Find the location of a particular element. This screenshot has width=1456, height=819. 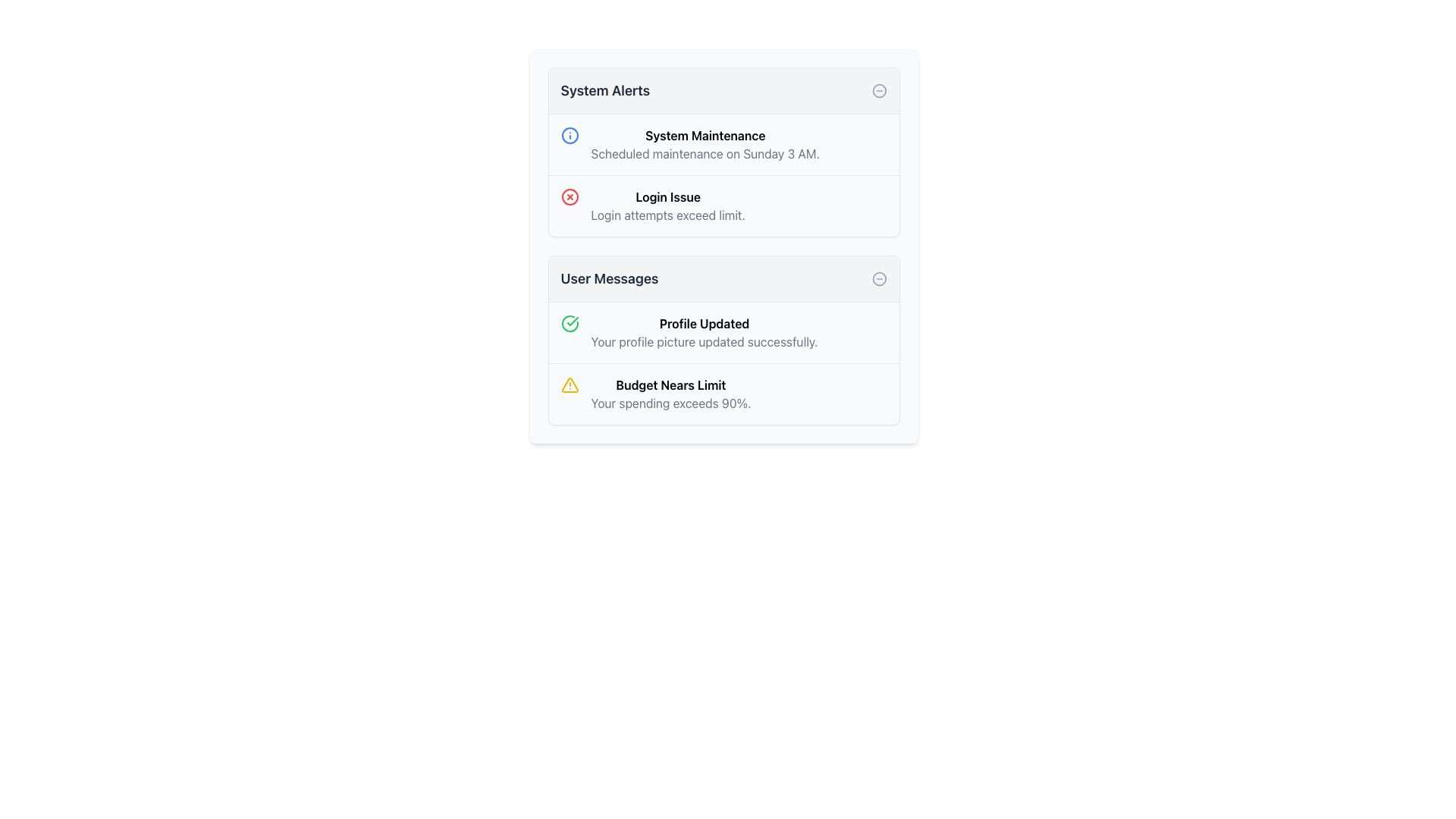

information from the first notification in the 'System Alerts' section that notifies the user of an upcoming system maintenance event is located at coordinates (704, 145).